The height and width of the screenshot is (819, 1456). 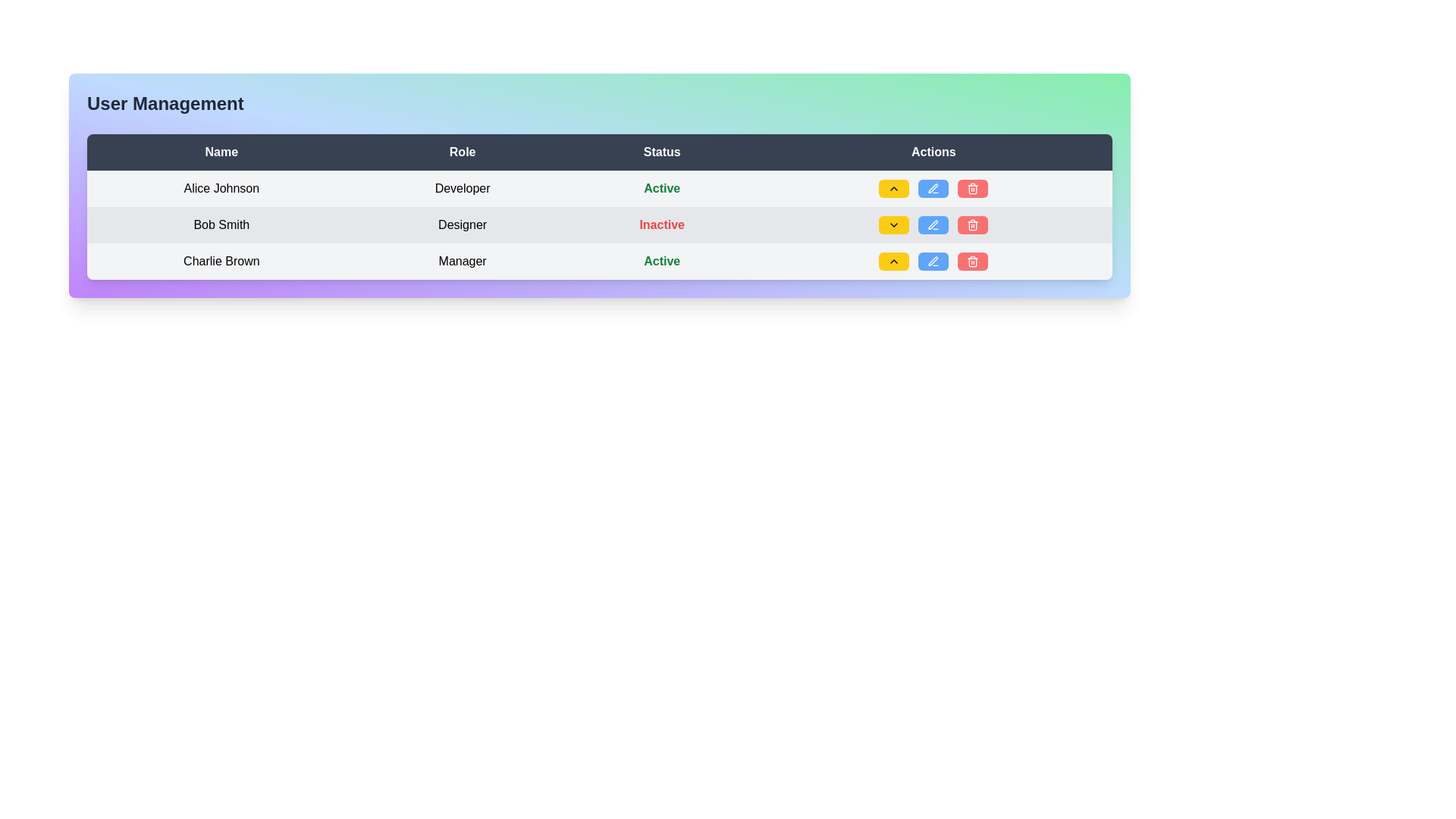 I want to click on the small red trash can icon in the Actions column of the second row of the user management table, so click(x=973, y=225).